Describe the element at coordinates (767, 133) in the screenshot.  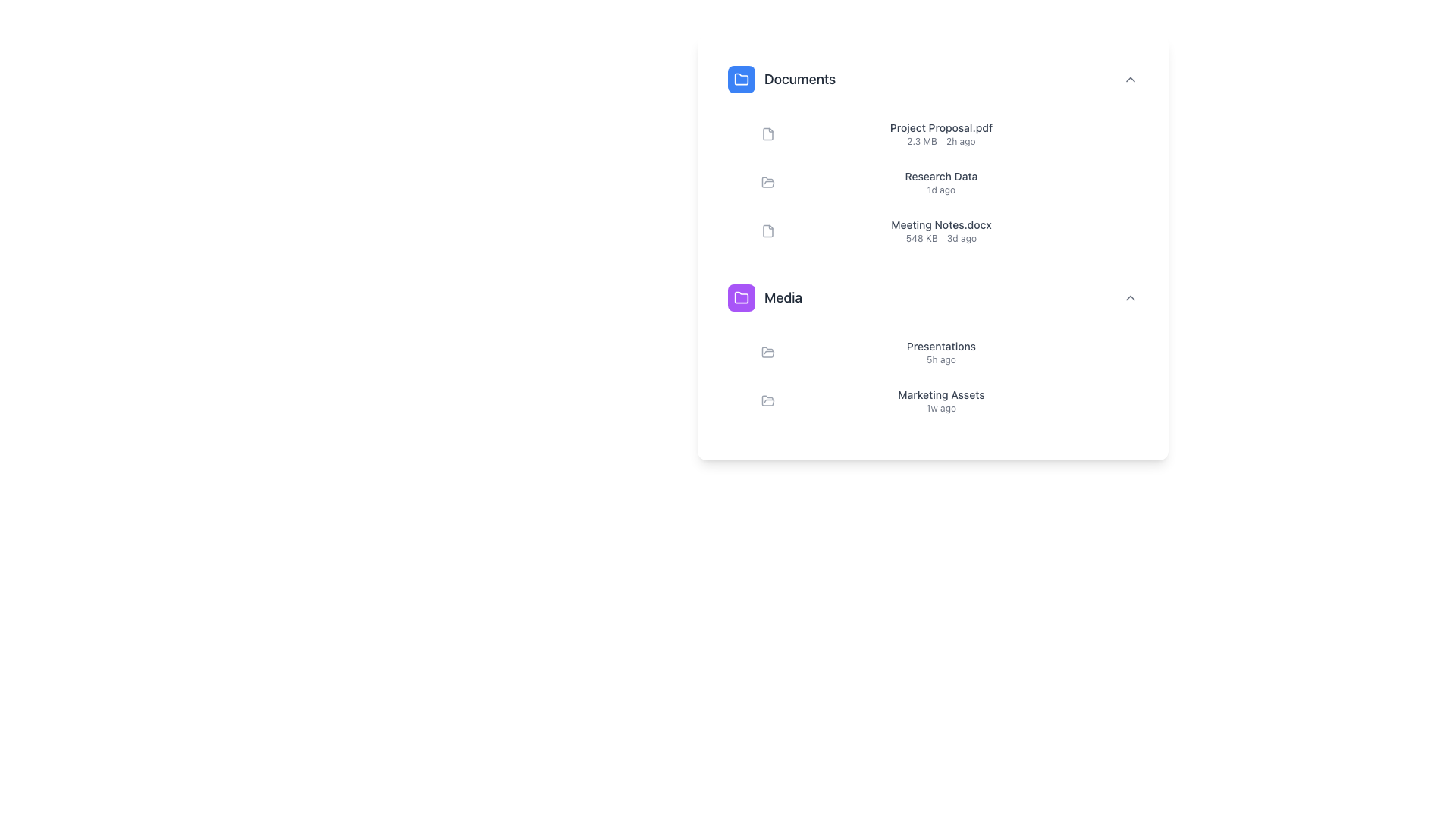
I see `the file icon located next to the 'Project Proposal.pdf' entry in the 'Documents' section` at that location.